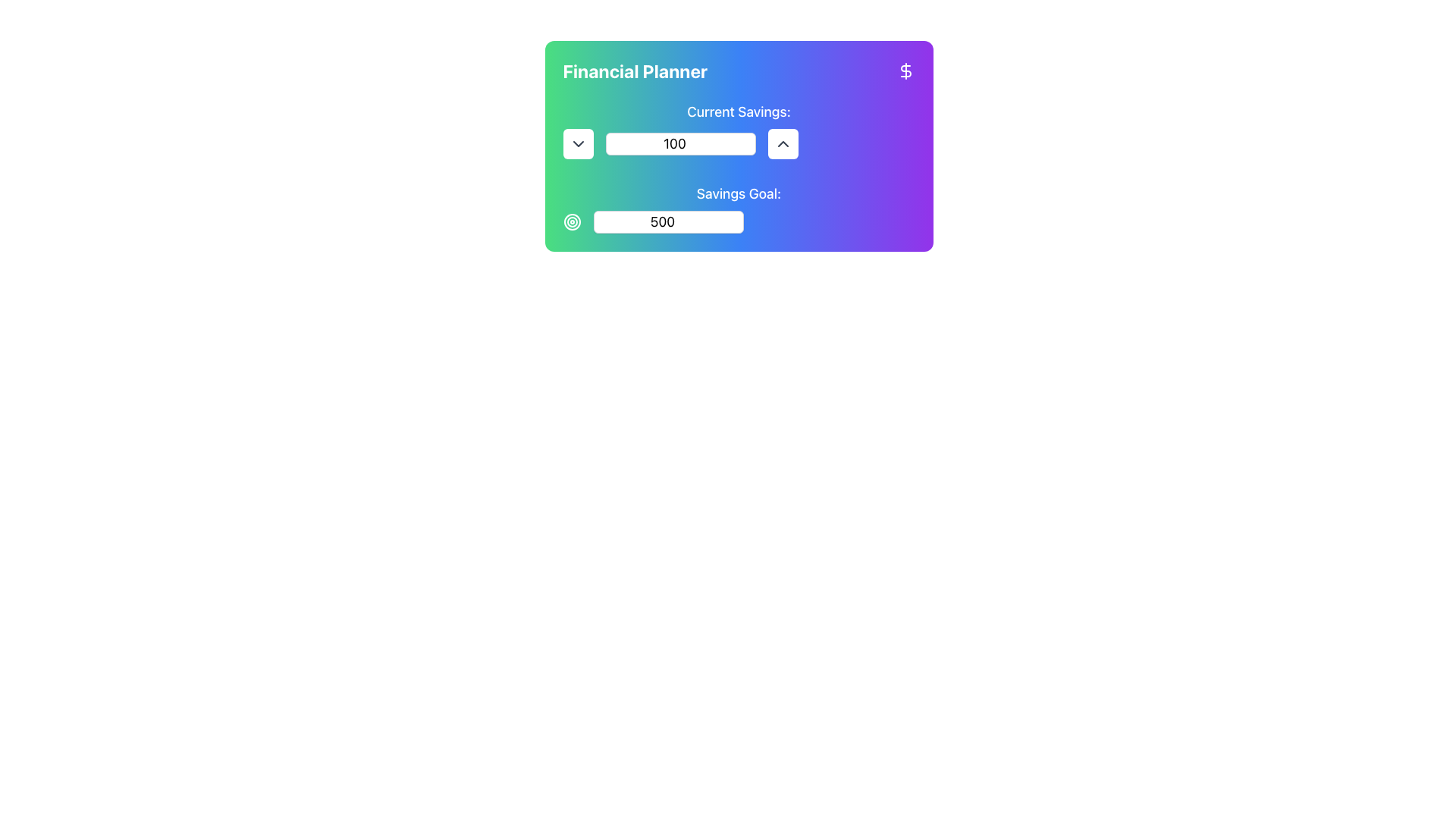 This screenshot has width=1456, height=819. What do you see at coordinates (571, 222) in the screenshot?
I see `the decorative icon representing a goal, located to the left of the 'Savings Goal:' text input field` at bounding box center [571, 222].